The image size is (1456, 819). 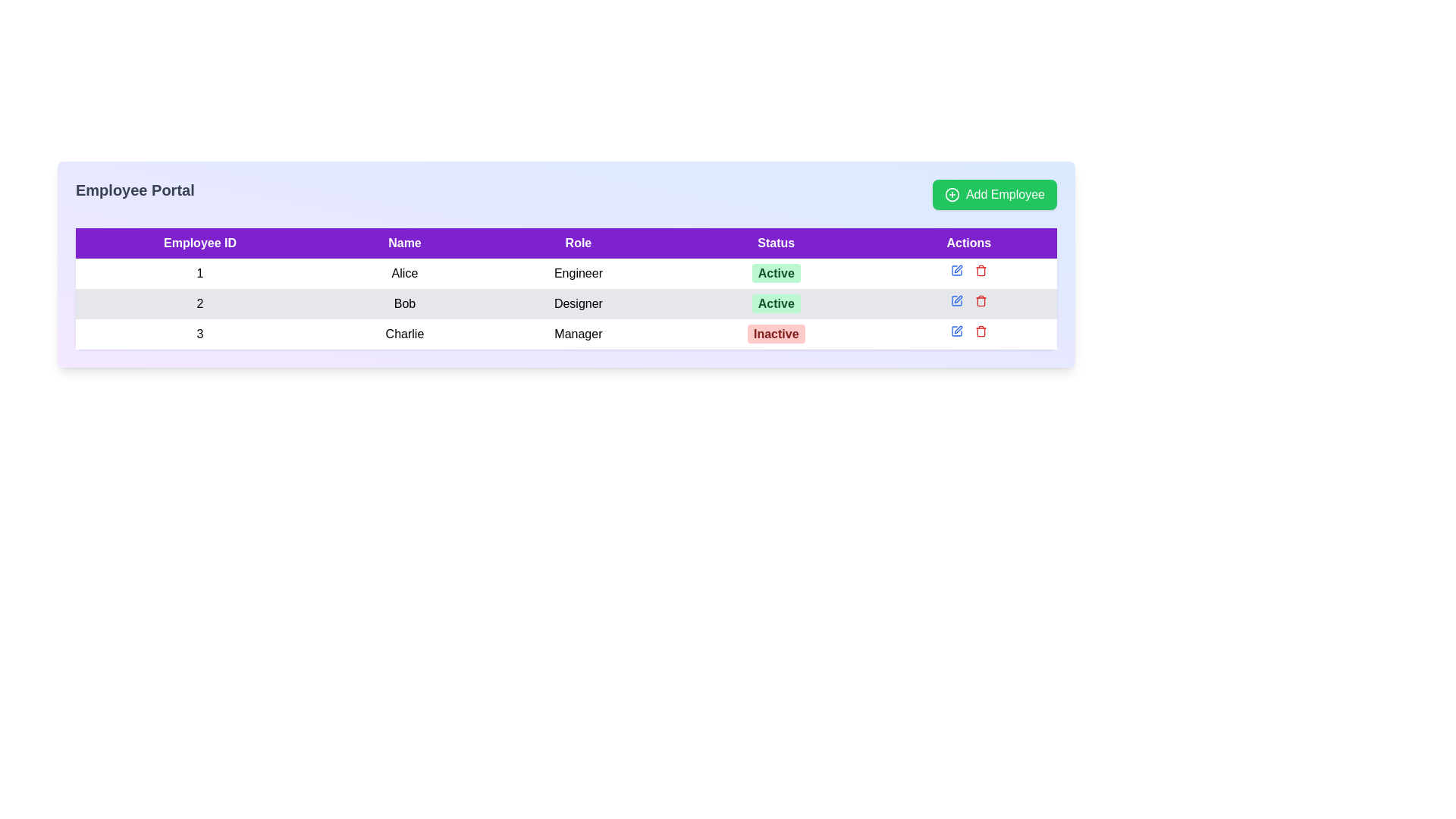 I want to click on the 'Active' status indicator badge with a green background in the 'Status' column of the 'Employee Portal' table, corresponding to Alice, an Engineer, so click(x=776, y=274).